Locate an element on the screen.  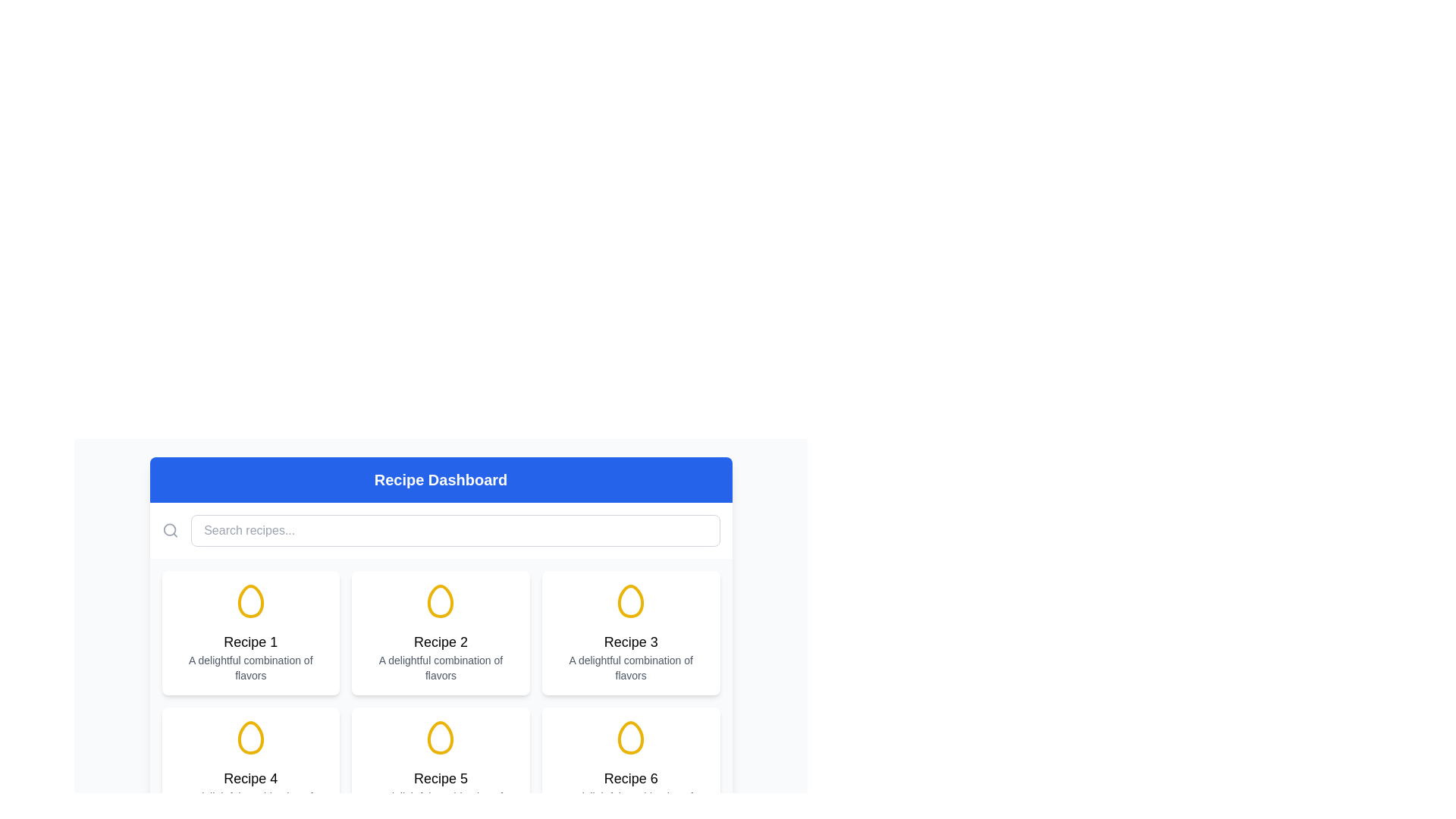
the Text Label element displaying 'A delightful combination of flavors', located directly below the 'Recipe 3' title is located at coordinates (631, 667).